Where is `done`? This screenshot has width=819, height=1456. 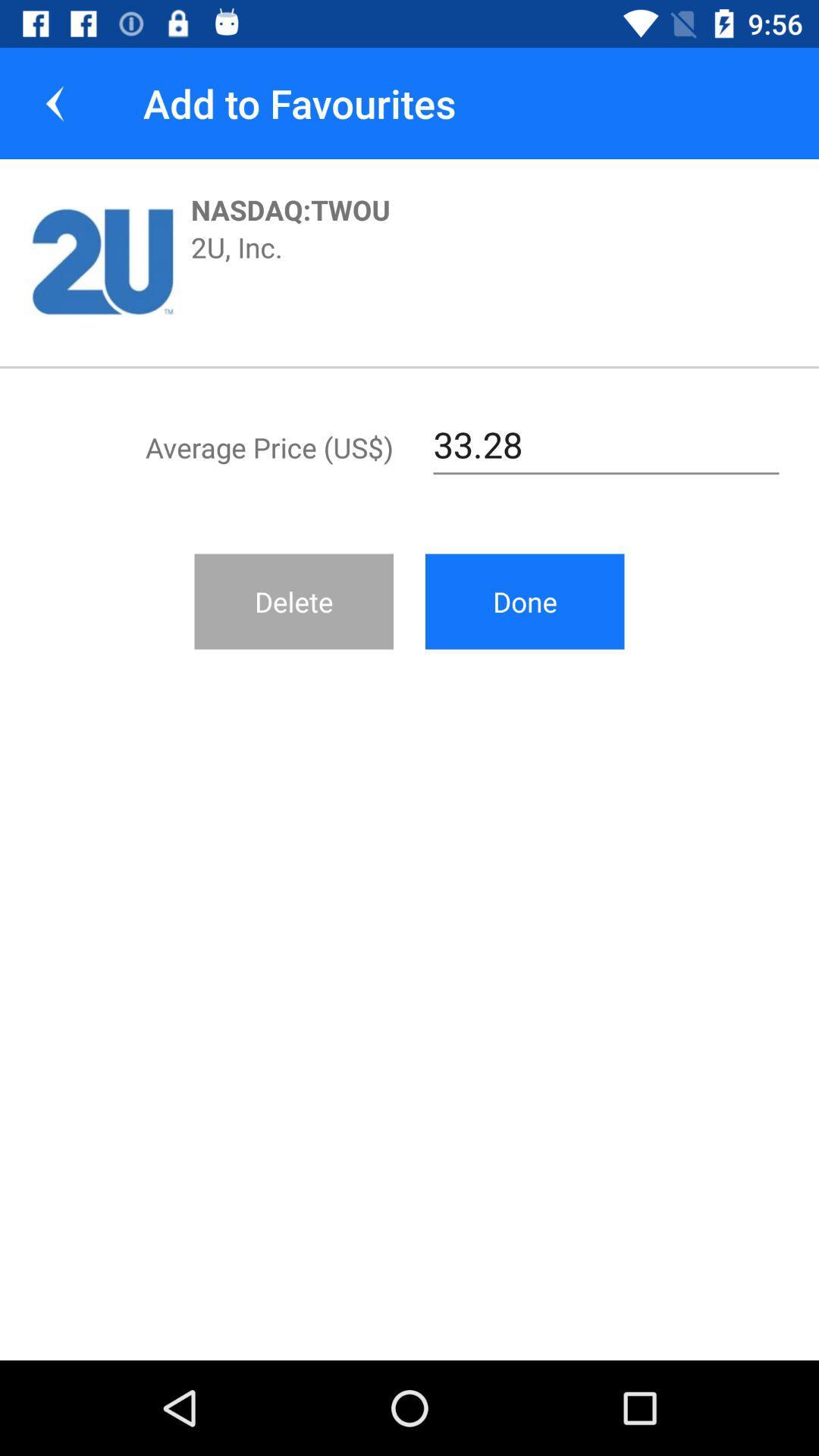 done is located at coordinates (524, 601).